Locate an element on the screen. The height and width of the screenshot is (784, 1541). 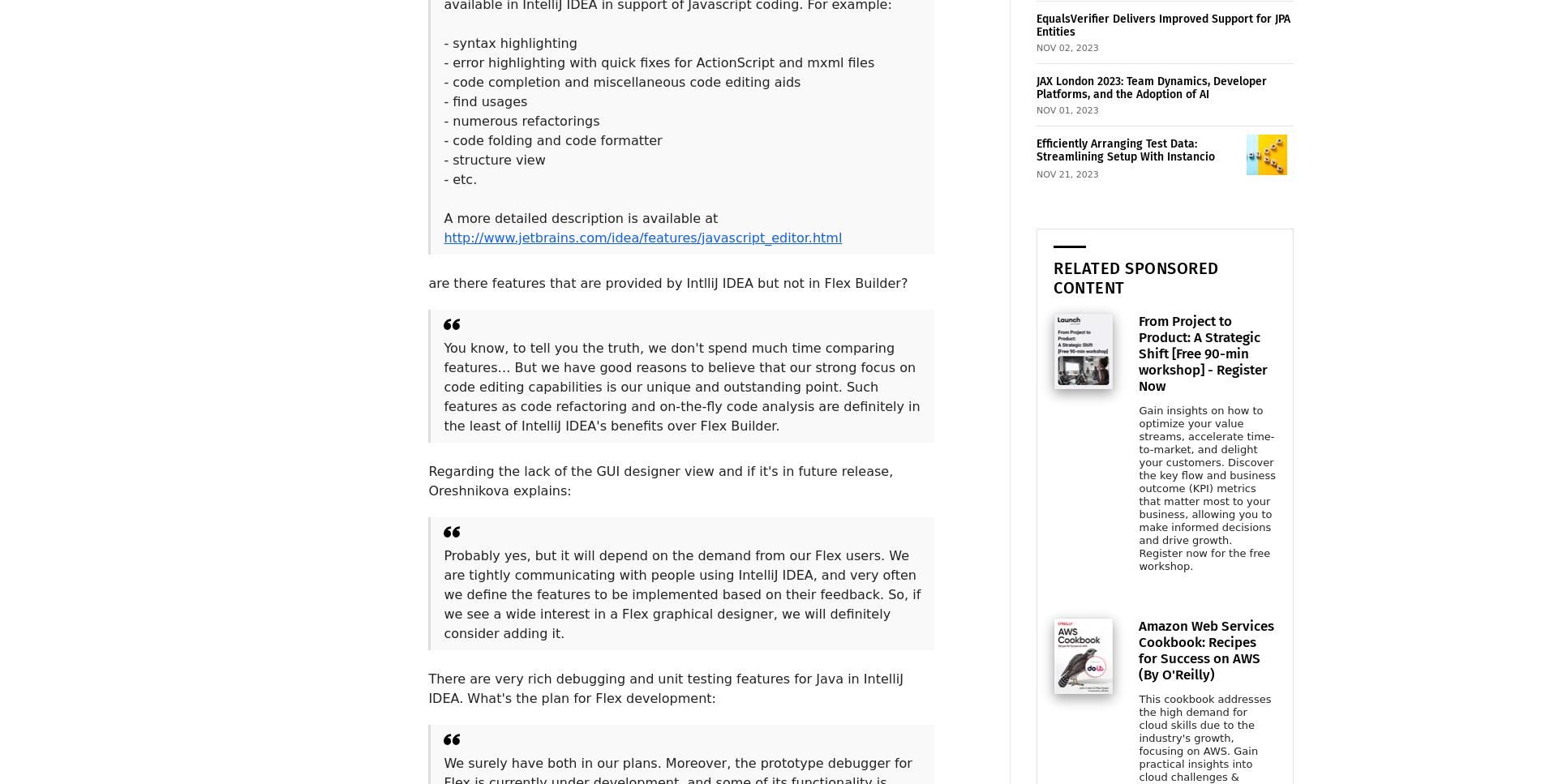
'Nov 02, 2023' is located at coordinates (1066, 47).